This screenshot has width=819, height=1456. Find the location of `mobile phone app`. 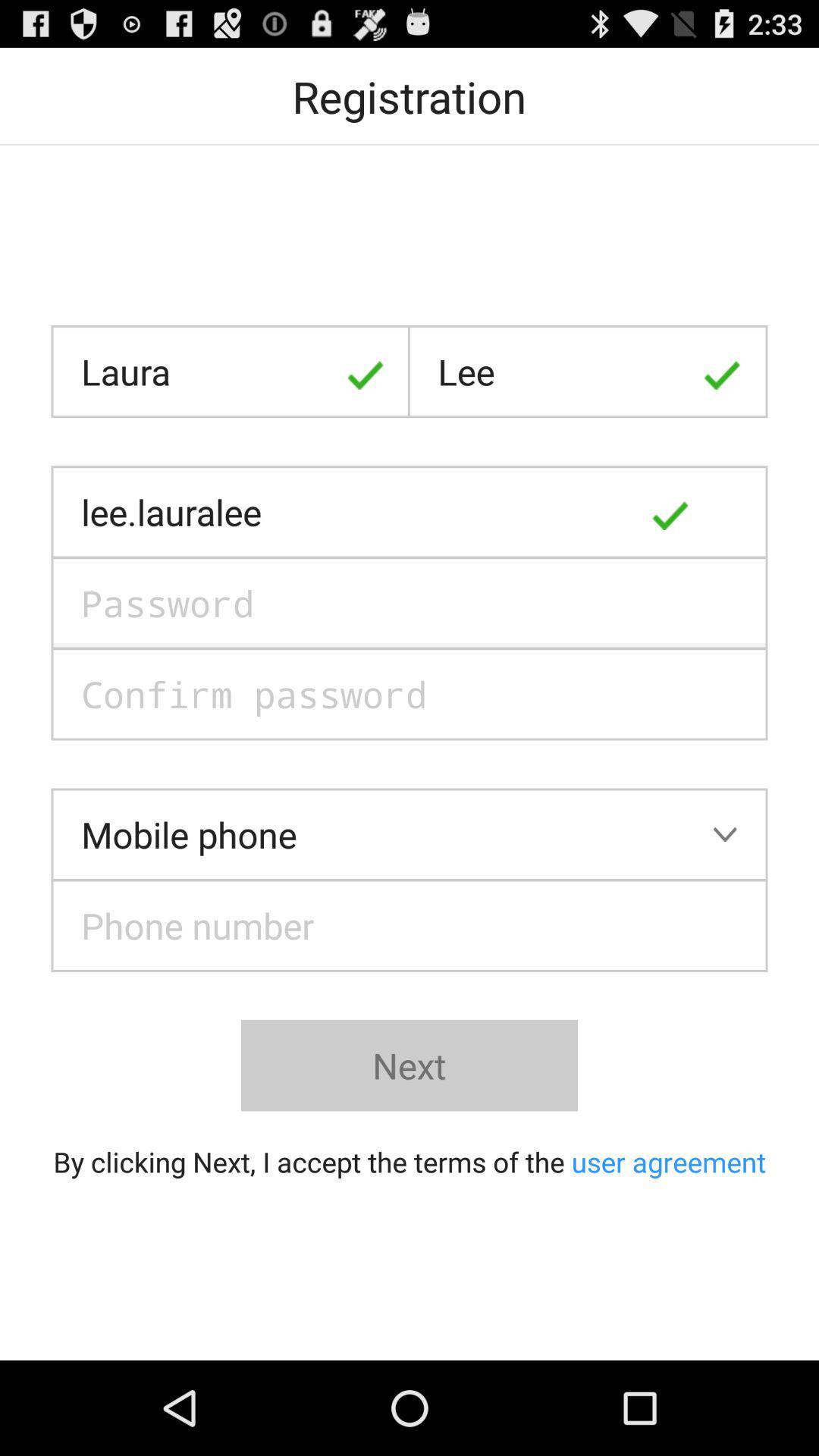

mobile phone app is located at coordinates (409, 833).